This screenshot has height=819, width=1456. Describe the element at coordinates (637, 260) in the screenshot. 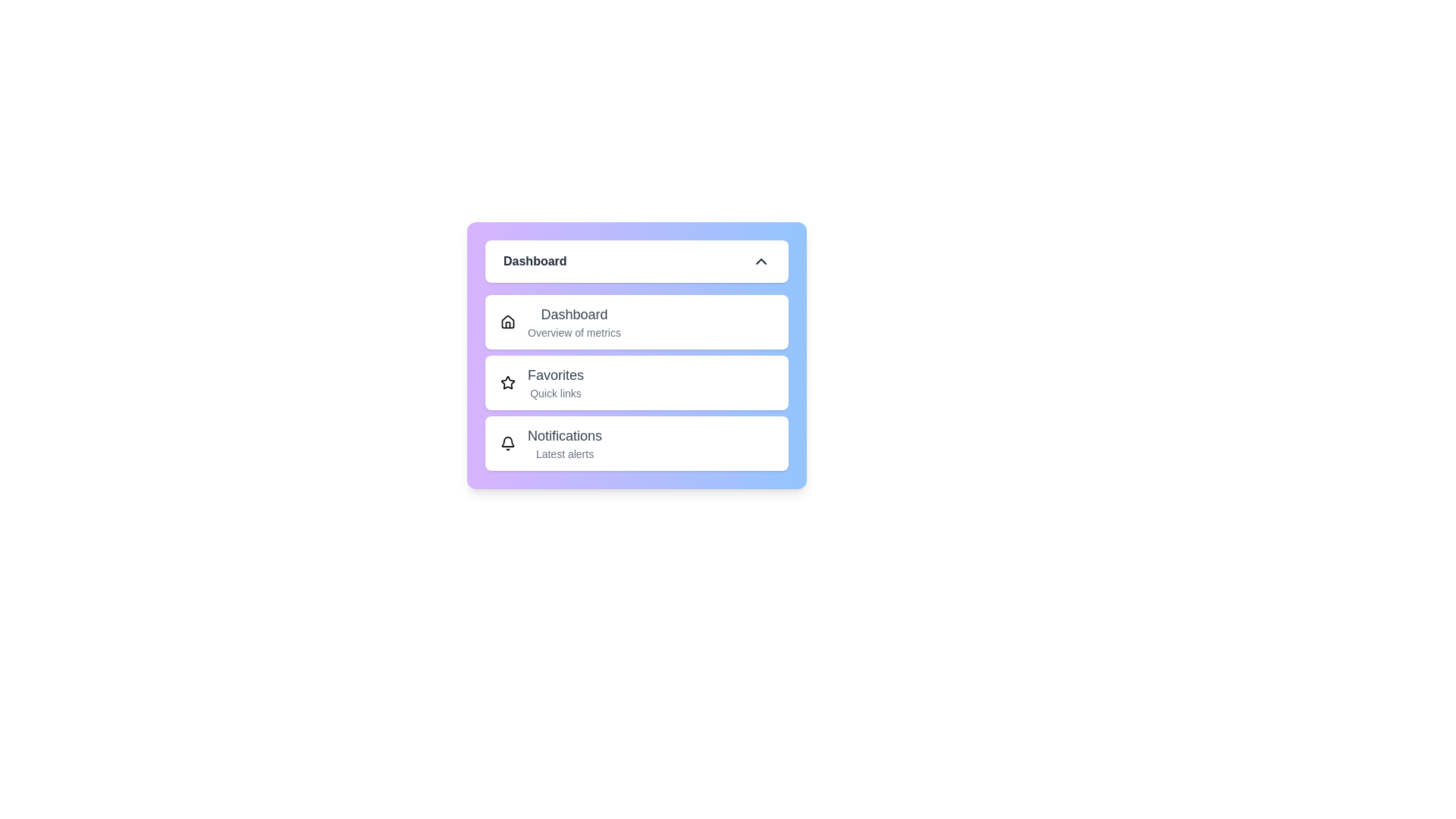

I see `toggle button to change the menu visibility` at that location.